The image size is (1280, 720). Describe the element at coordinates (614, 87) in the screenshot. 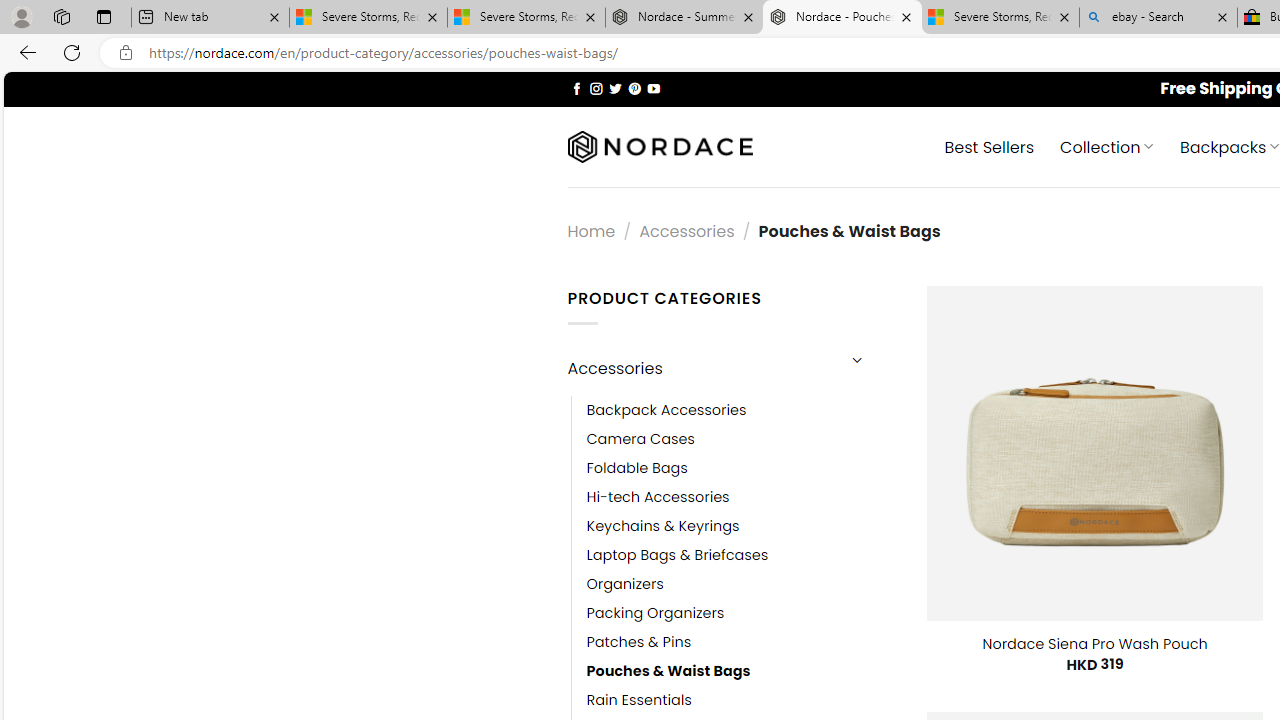

I see `'Follow on Twitter'` at that location.